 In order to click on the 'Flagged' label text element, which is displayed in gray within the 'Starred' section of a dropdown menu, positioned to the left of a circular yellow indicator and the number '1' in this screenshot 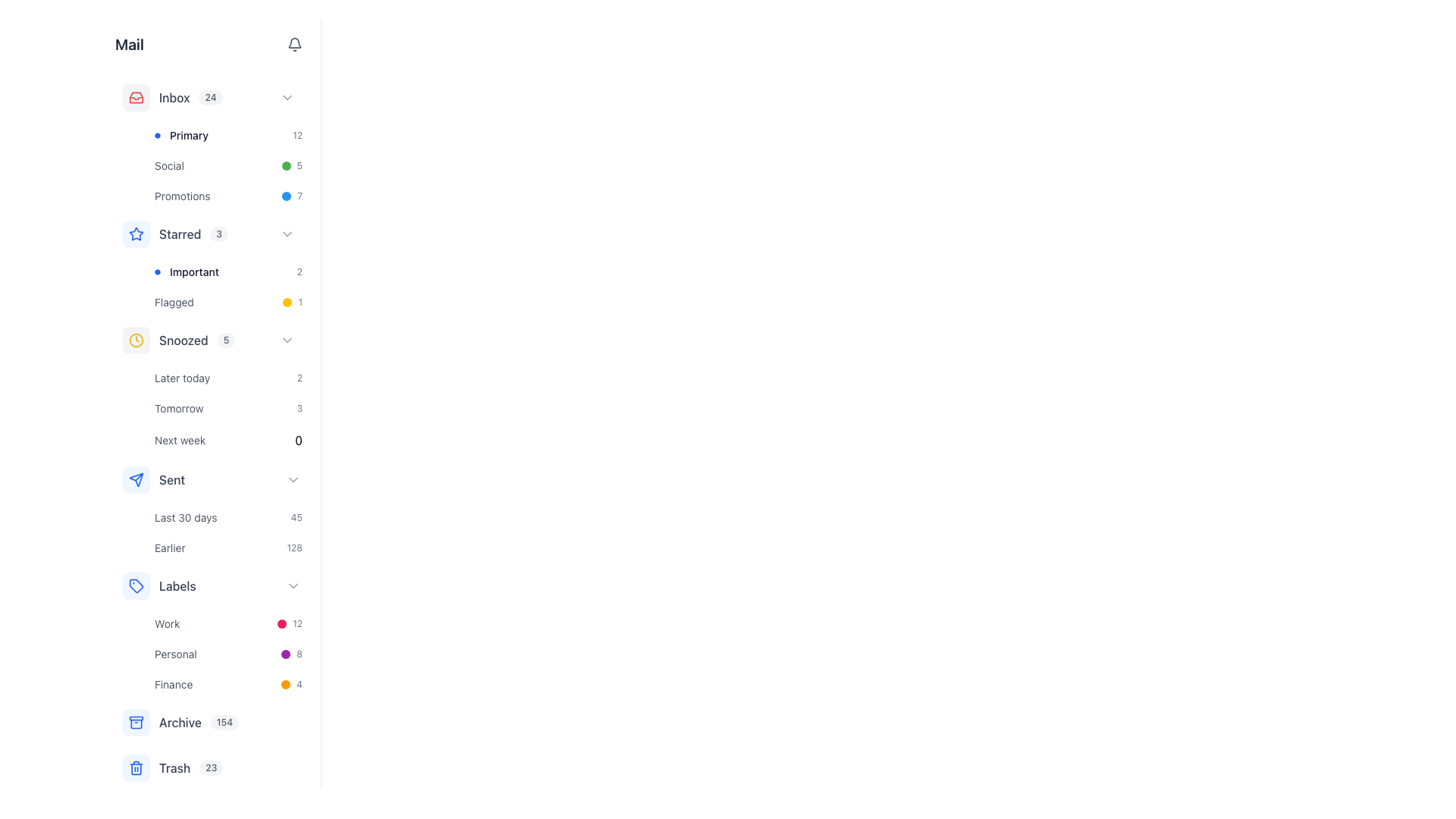, I will do `click(174, 302)`.